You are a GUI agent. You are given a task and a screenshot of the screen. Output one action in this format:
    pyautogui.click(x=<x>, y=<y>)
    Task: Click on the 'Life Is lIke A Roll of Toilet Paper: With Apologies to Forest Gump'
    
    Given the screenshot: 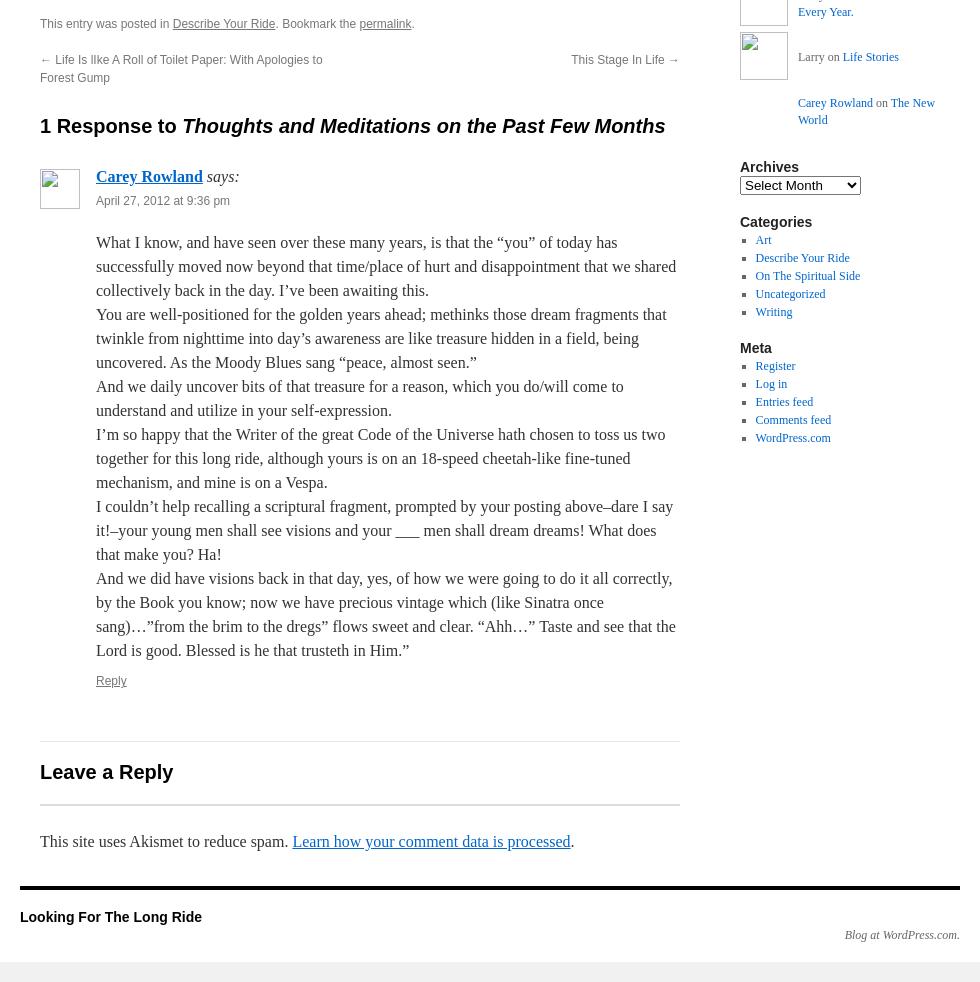 What is the action you would take?
    pyautogui.click(x=181, y=68)
    